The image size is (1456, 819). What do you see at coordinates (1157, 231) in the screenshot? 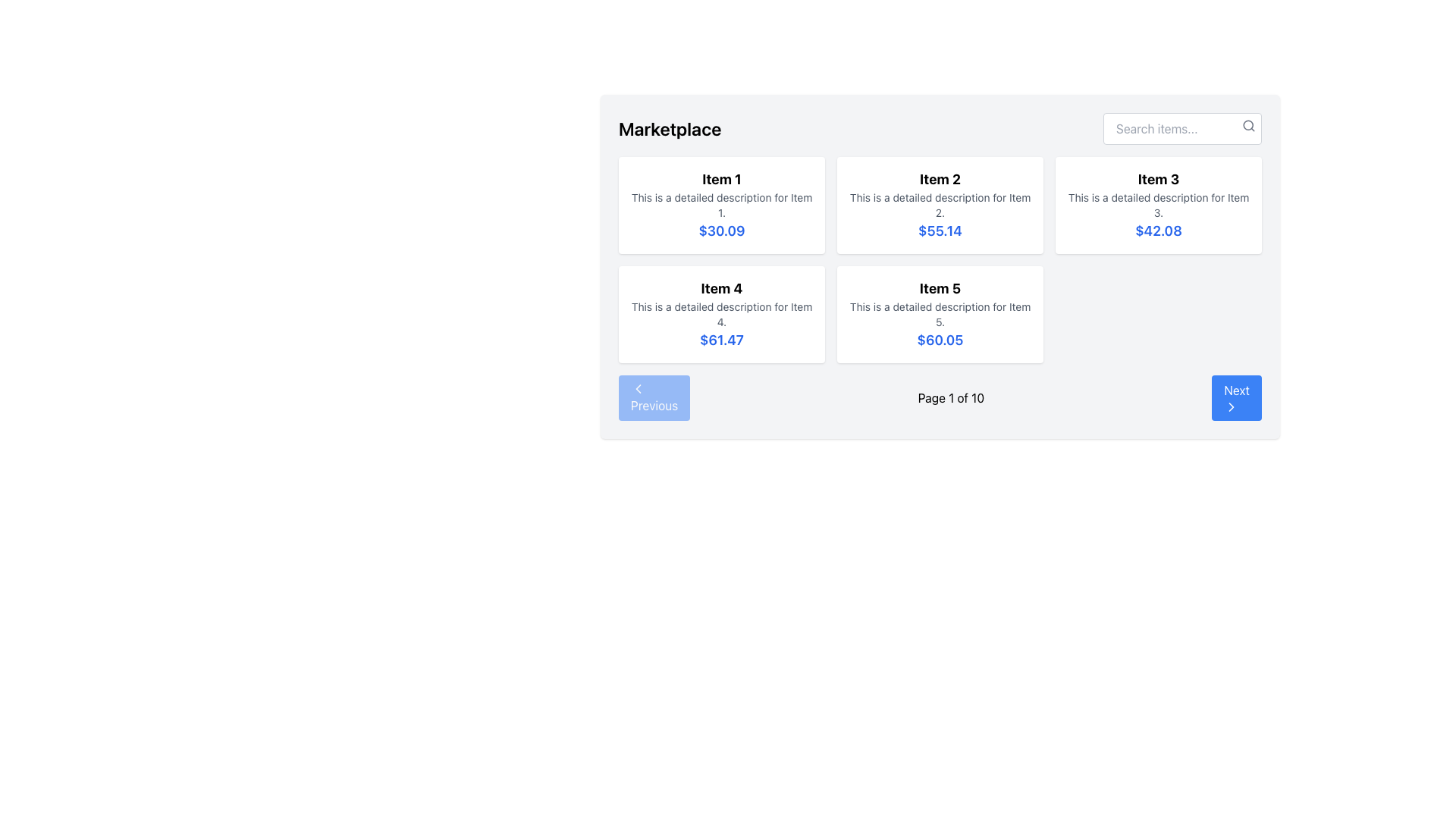
I see `the price text label displaying '$42.08' in blue color, which is located below the title 'Item 3' and its description` at bounding box center [1157, 231].